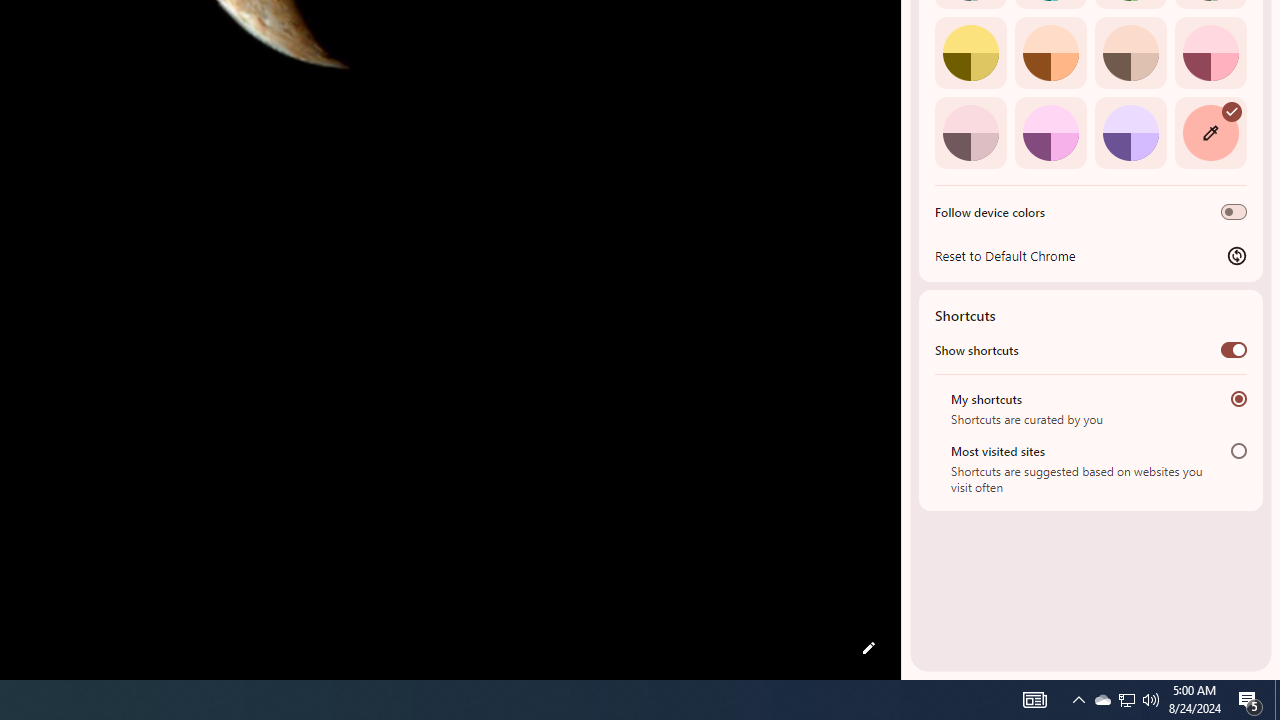 The height and width of the screenshot is (720, 1280). What do you see at coordinates (1130, 132) in the screenshot?
I see `'Violet'` at bounding box center [1130, 132].